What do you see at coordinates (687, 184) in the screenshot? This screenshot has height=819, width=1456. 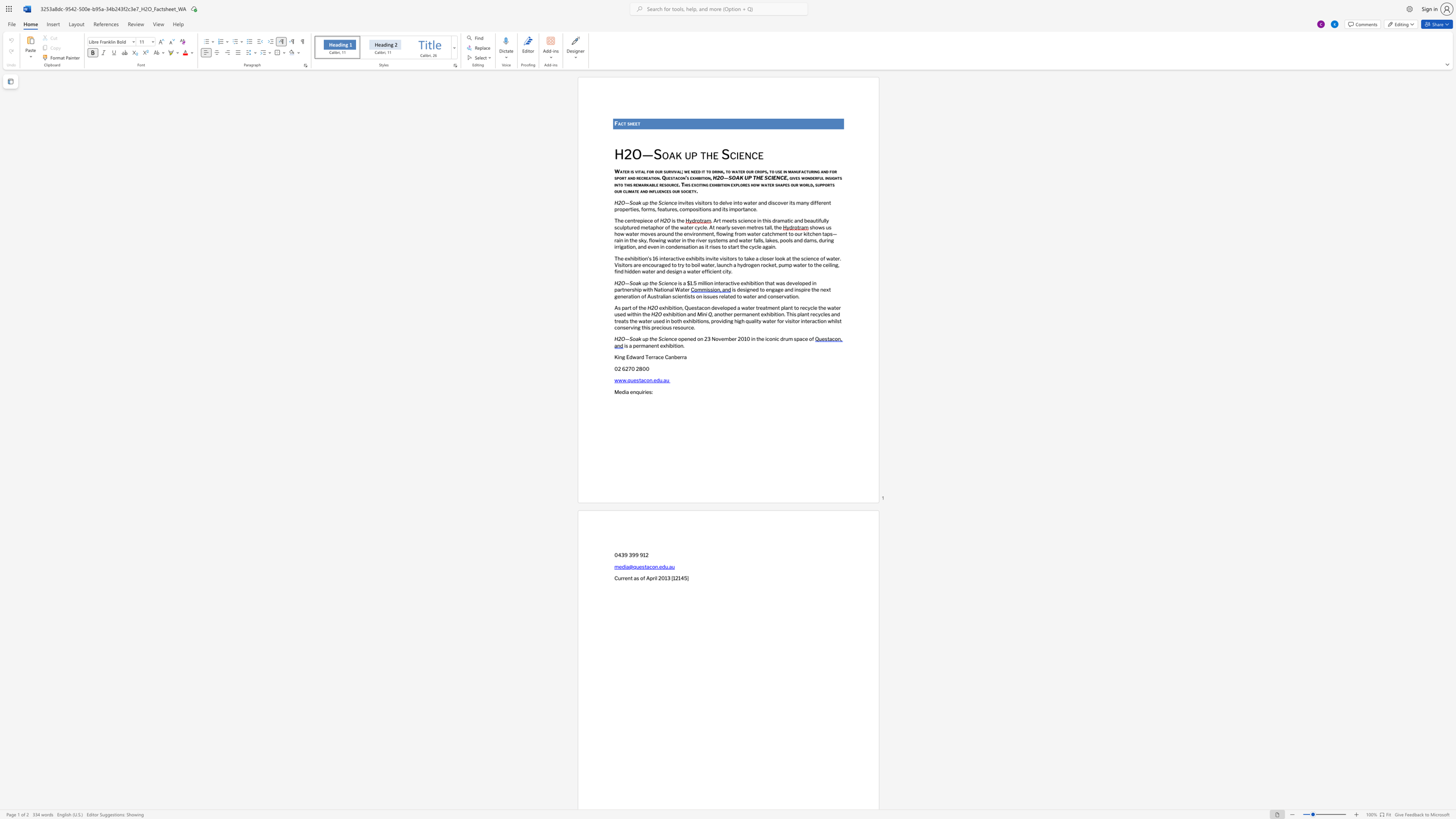 I see `the subset text "s exciting exhibition explores" within the text ", gives wonderful insights into this remarkable resource. This exciting exhibition explores how water shapes our world, supports our"` at bounding box center [687, 184].